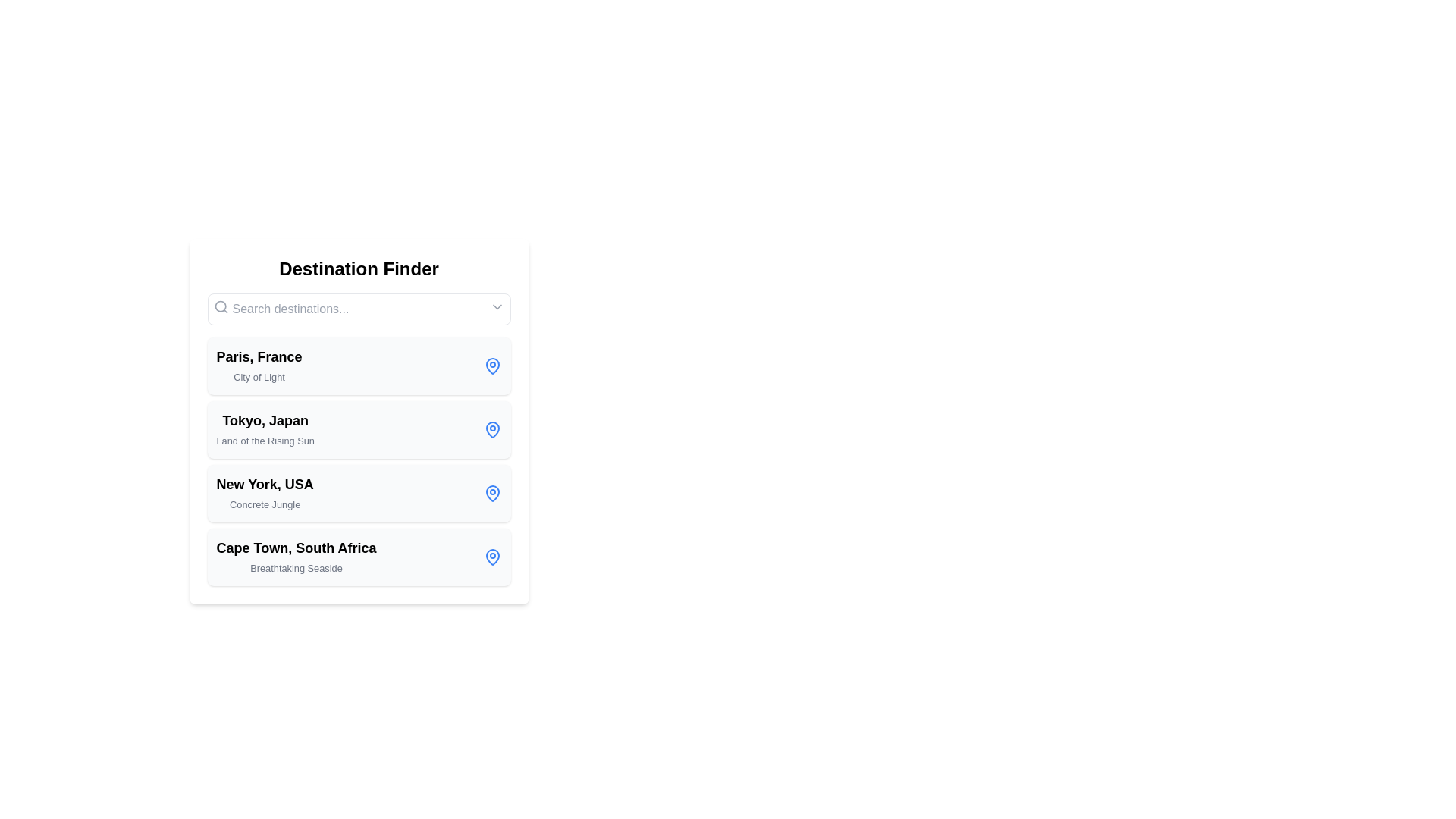  What do you see at coordinates (492, 494) in the screenshot?
I see `the blue-colored map-pin icon associated with 'New York, USA' by moving the cursor to its position for interaction` at bounding box center [492, 494].